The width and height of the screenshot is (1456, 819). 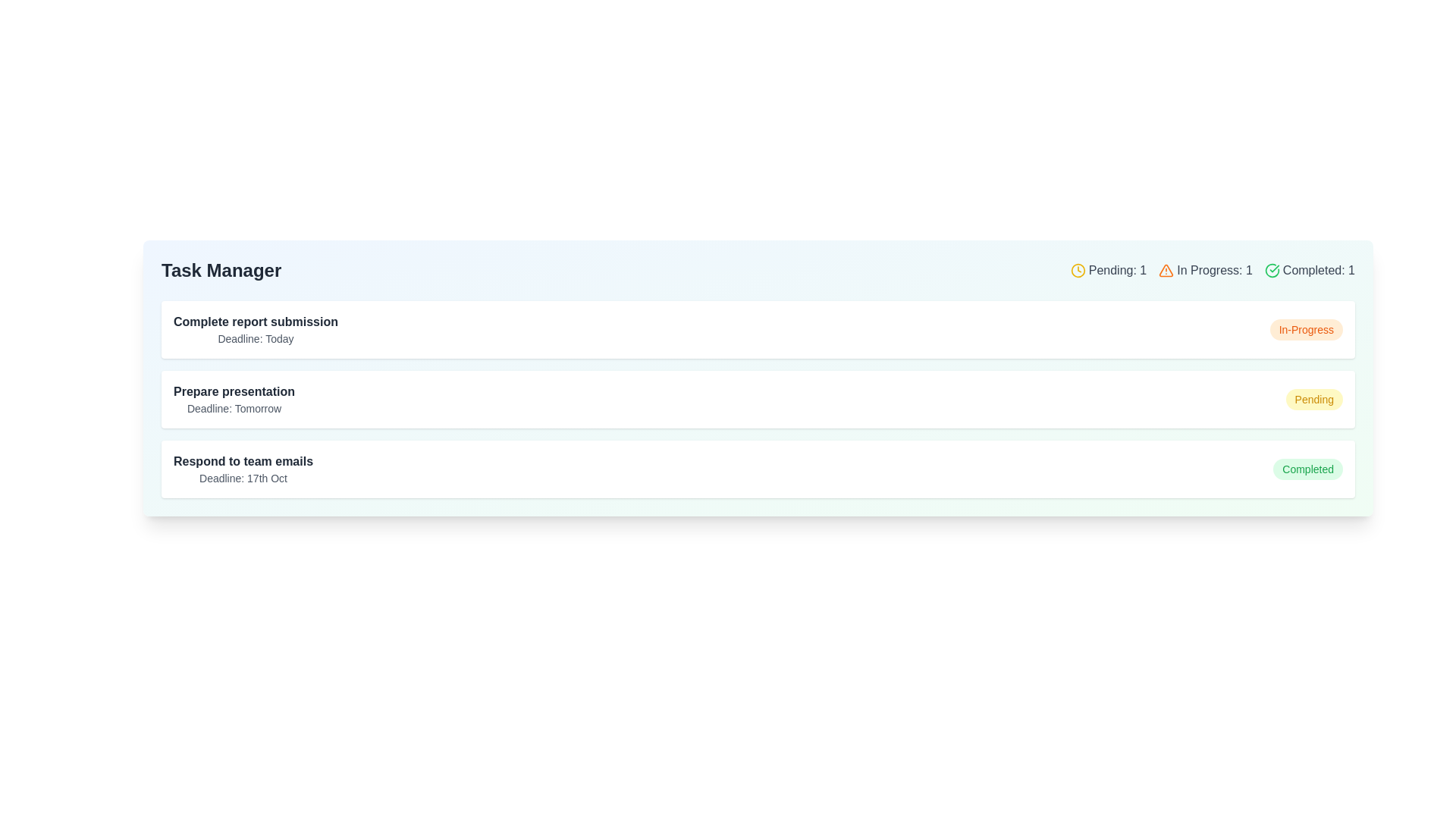 I want to click on the text content element in the second task card of the Task Manager interface, which displays 'Prepare presentation' and 'Deadline: Tomorrow', so click(x=234, y=399).